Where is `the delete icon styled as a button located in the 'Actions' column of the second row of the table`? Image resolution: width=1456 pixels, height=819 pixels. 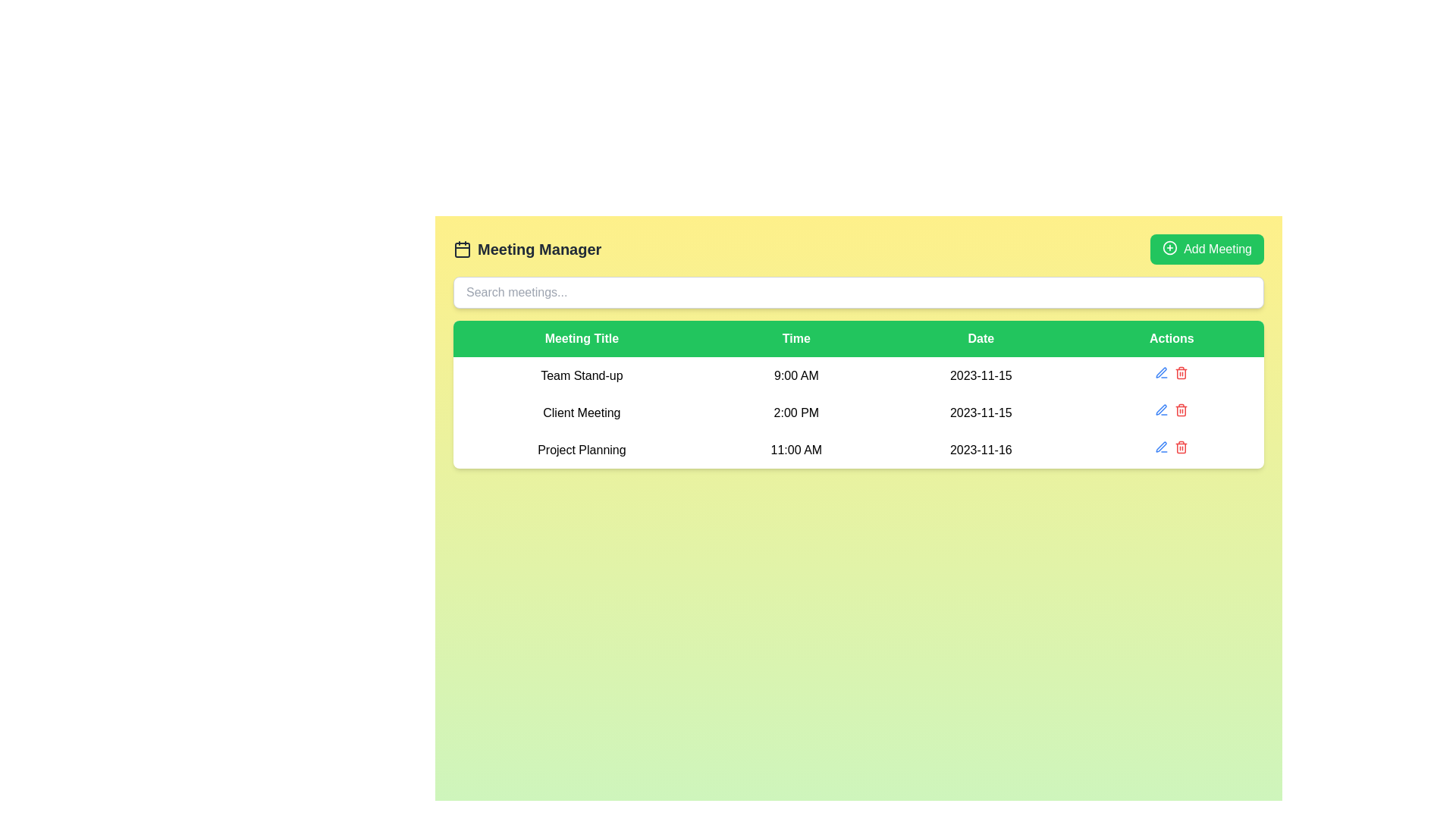 the delete icon styled as a button located in the 'Actions' column of the second row of the table is located at coordinates (1181, 409).